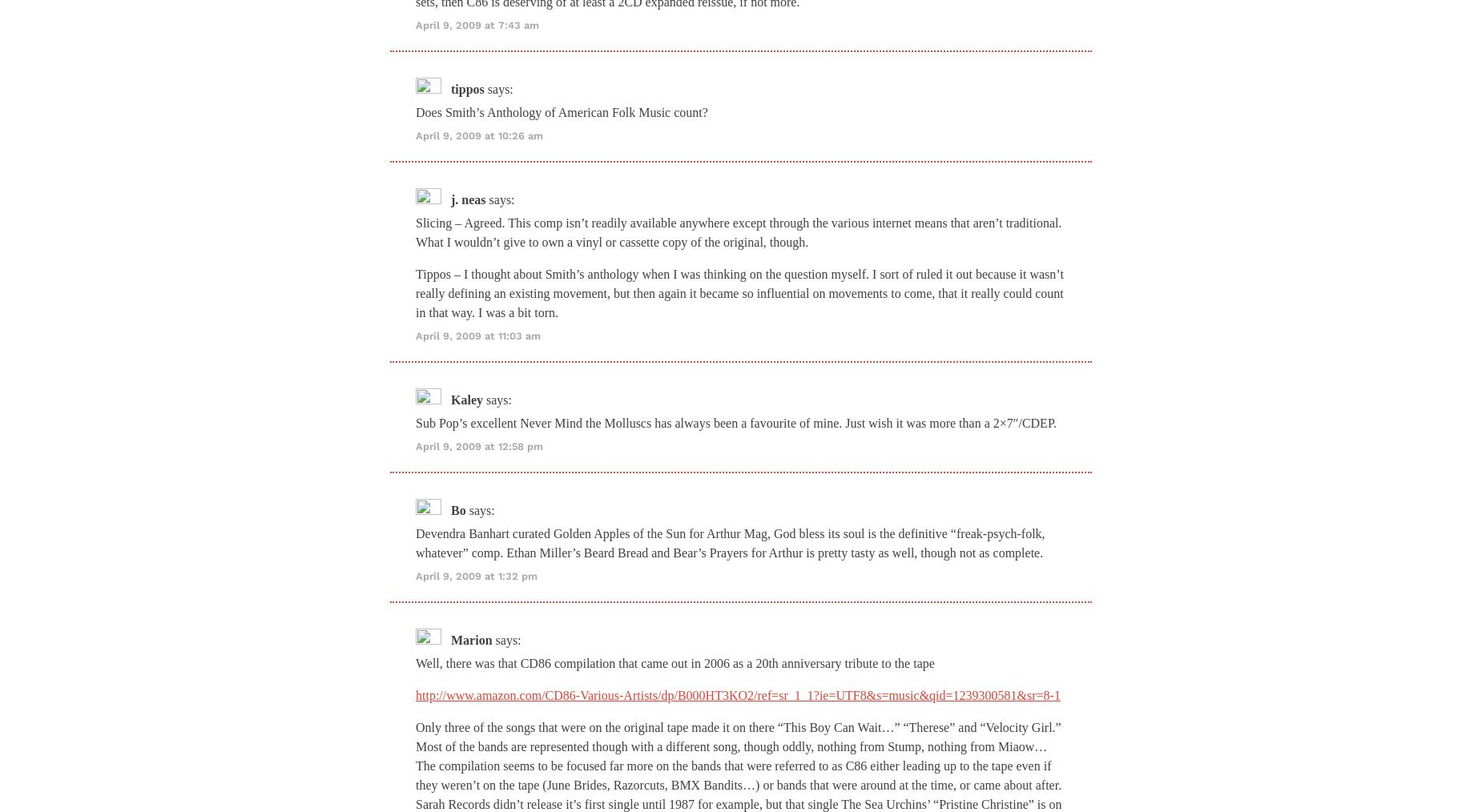 The height and width of the screenshot is (812, 1482). Describe the element at coordinates (479, 135) in the screenshot. I see `'April 9, 2009 at 10:26 am'` at that location.